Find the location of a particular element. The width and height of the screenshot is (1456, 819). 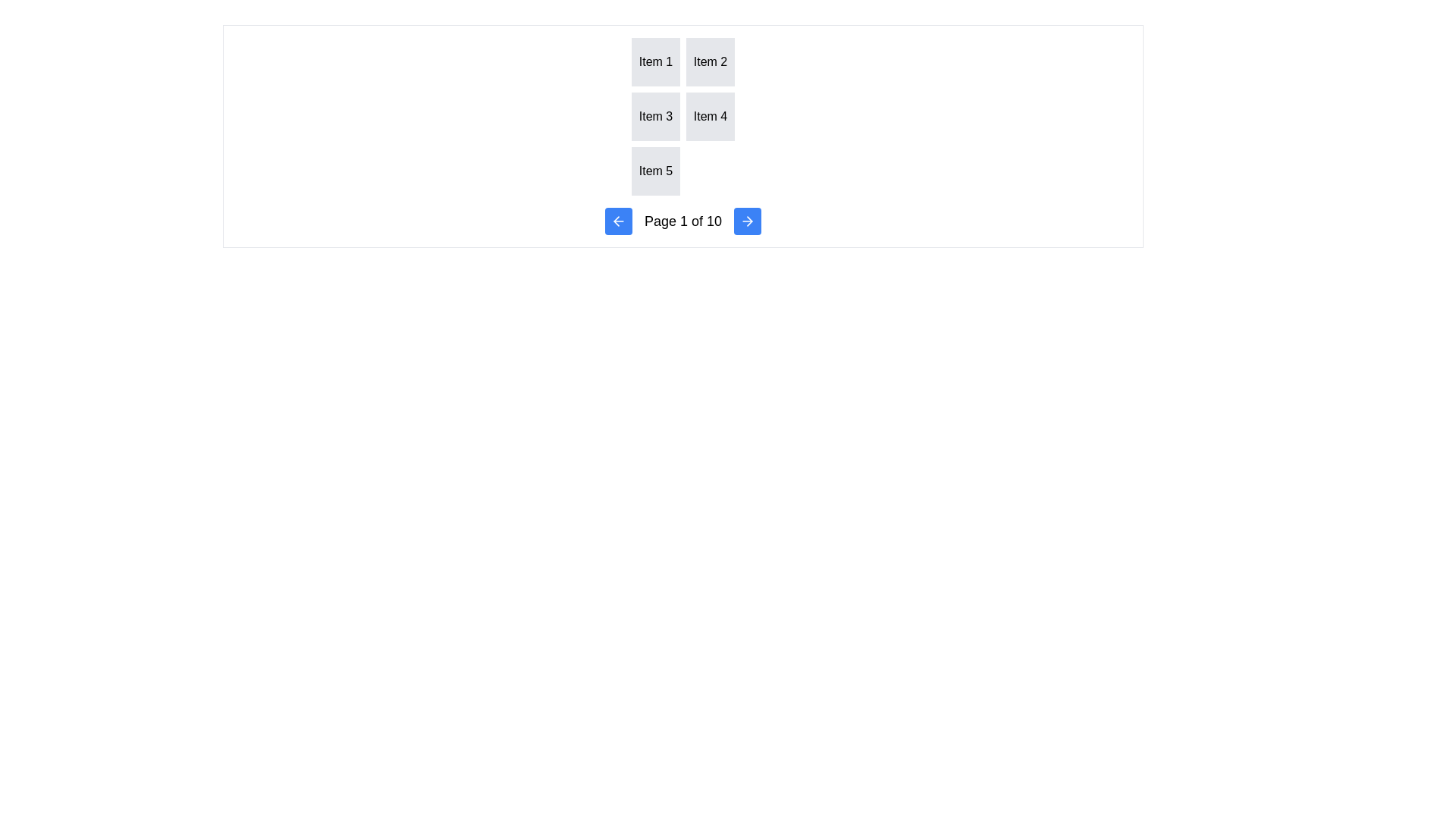

the blue rectangular button with a left-pointing white arrow icon, located to the left of the text 'Page 1 of 10' is located at coordinates (619, 221).